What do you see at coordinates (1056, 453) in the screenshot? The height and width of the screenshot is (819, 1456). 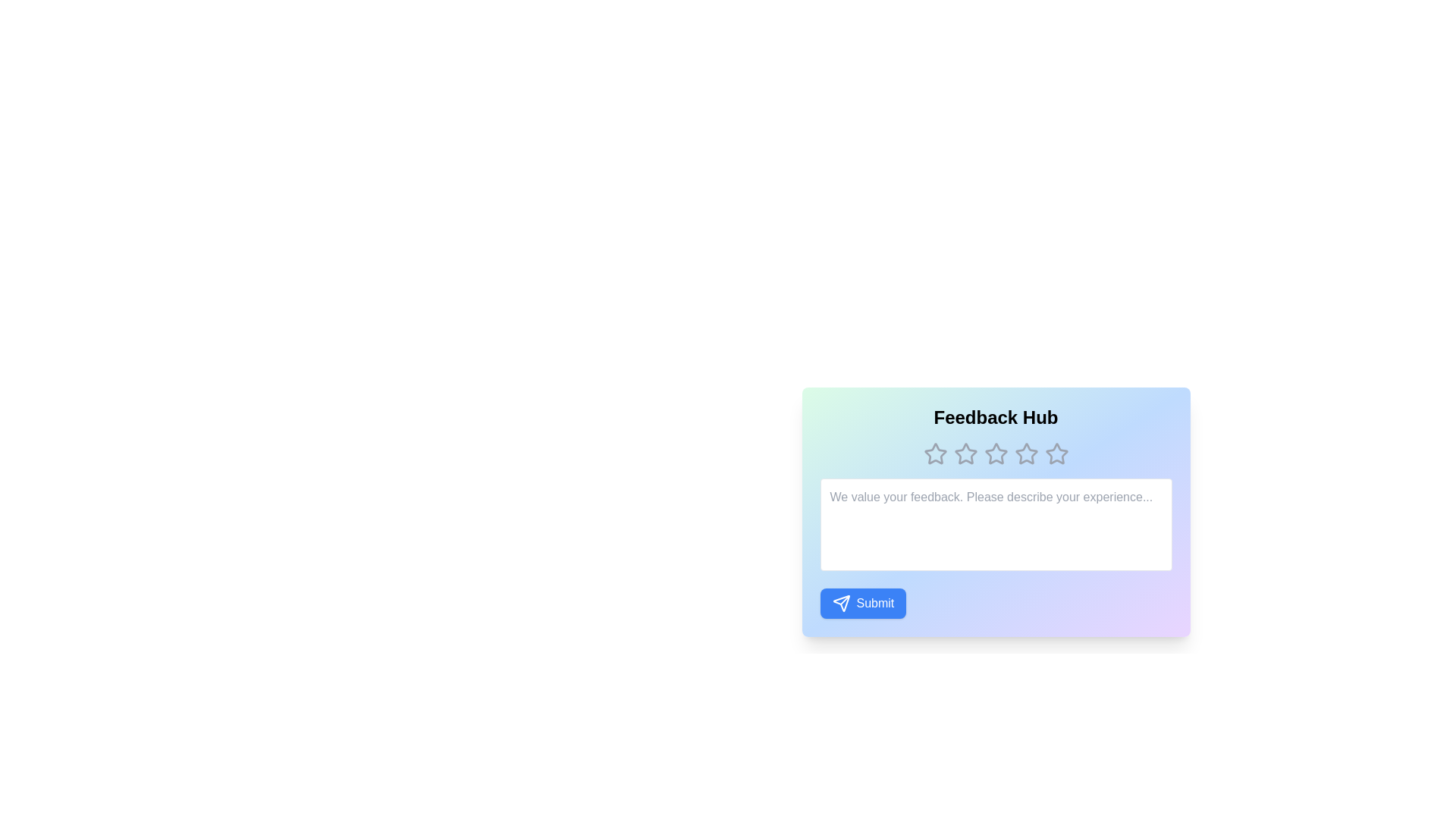 I see `the star corresponding to 5 to preview selection` at bounding box center [1056, 453].